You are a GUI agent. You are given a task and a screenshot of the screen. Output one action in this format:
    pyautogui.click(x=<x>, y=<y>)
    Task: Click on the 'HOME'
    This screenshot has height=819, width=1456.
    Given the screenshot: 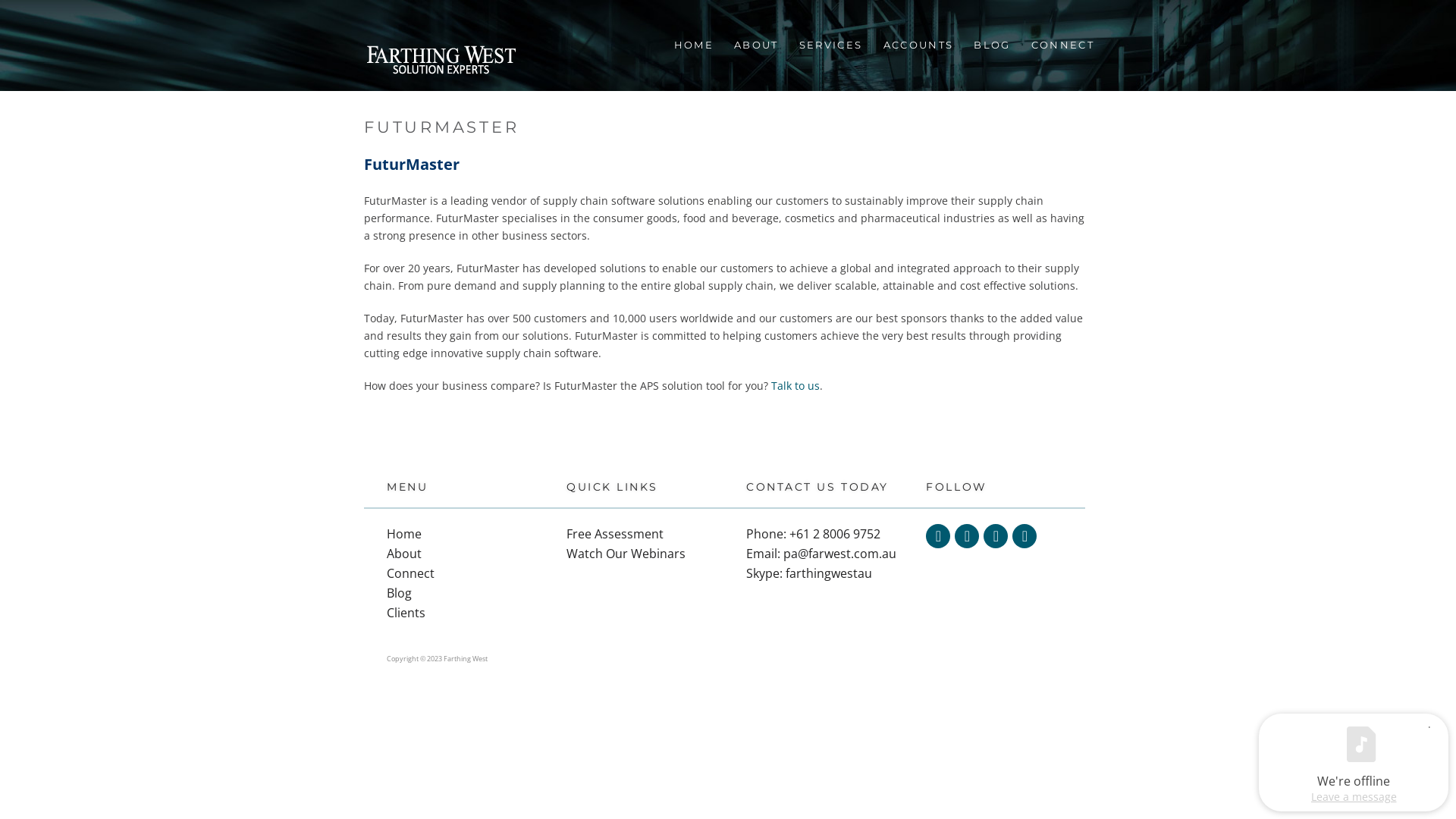 What is the action you would take?
    pyautogui.click(x=692, y=44)
    